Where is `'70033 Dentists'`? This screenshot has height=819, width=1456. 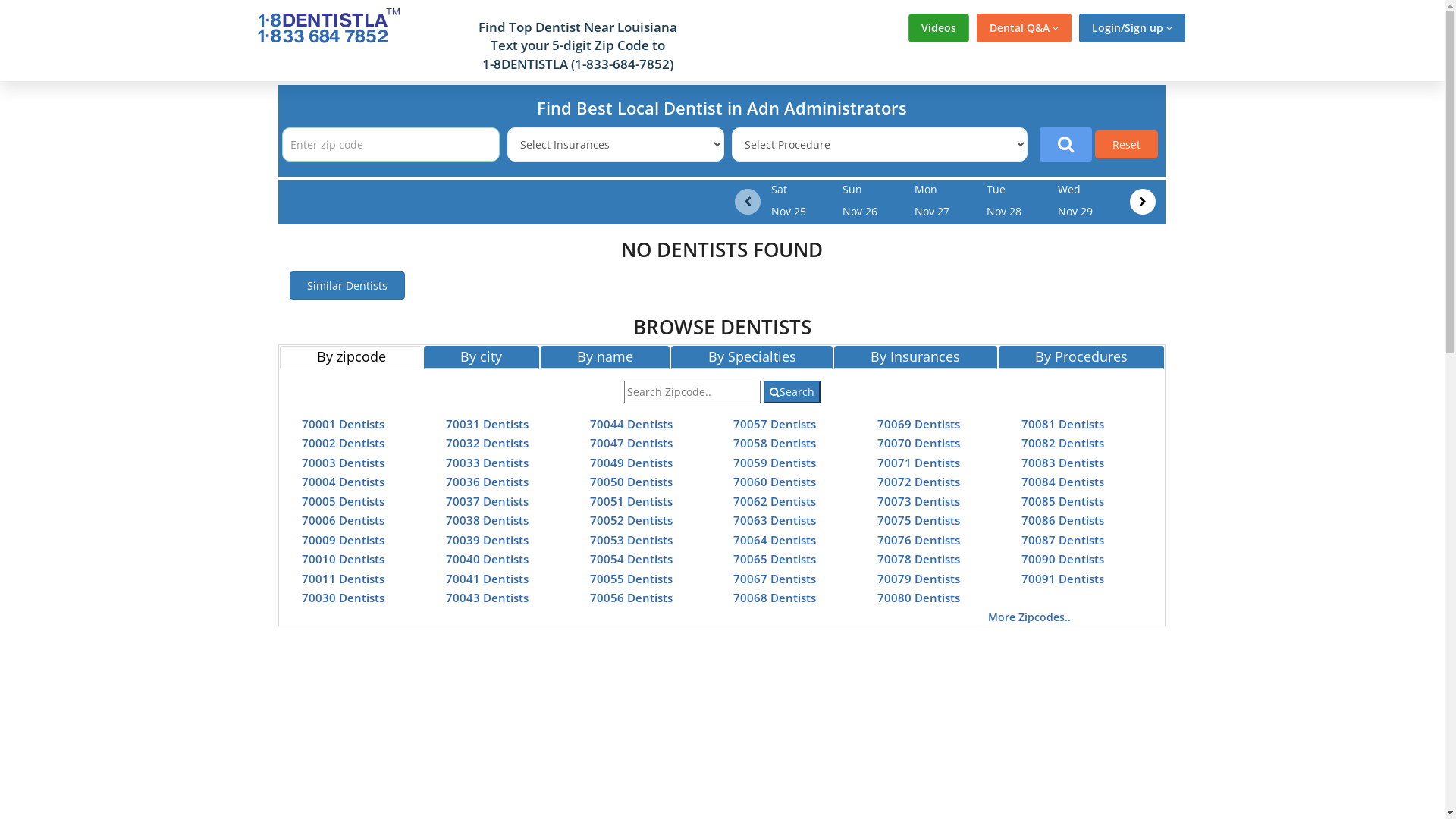
'70033 Dentists' is located at coordinates (487, 461).